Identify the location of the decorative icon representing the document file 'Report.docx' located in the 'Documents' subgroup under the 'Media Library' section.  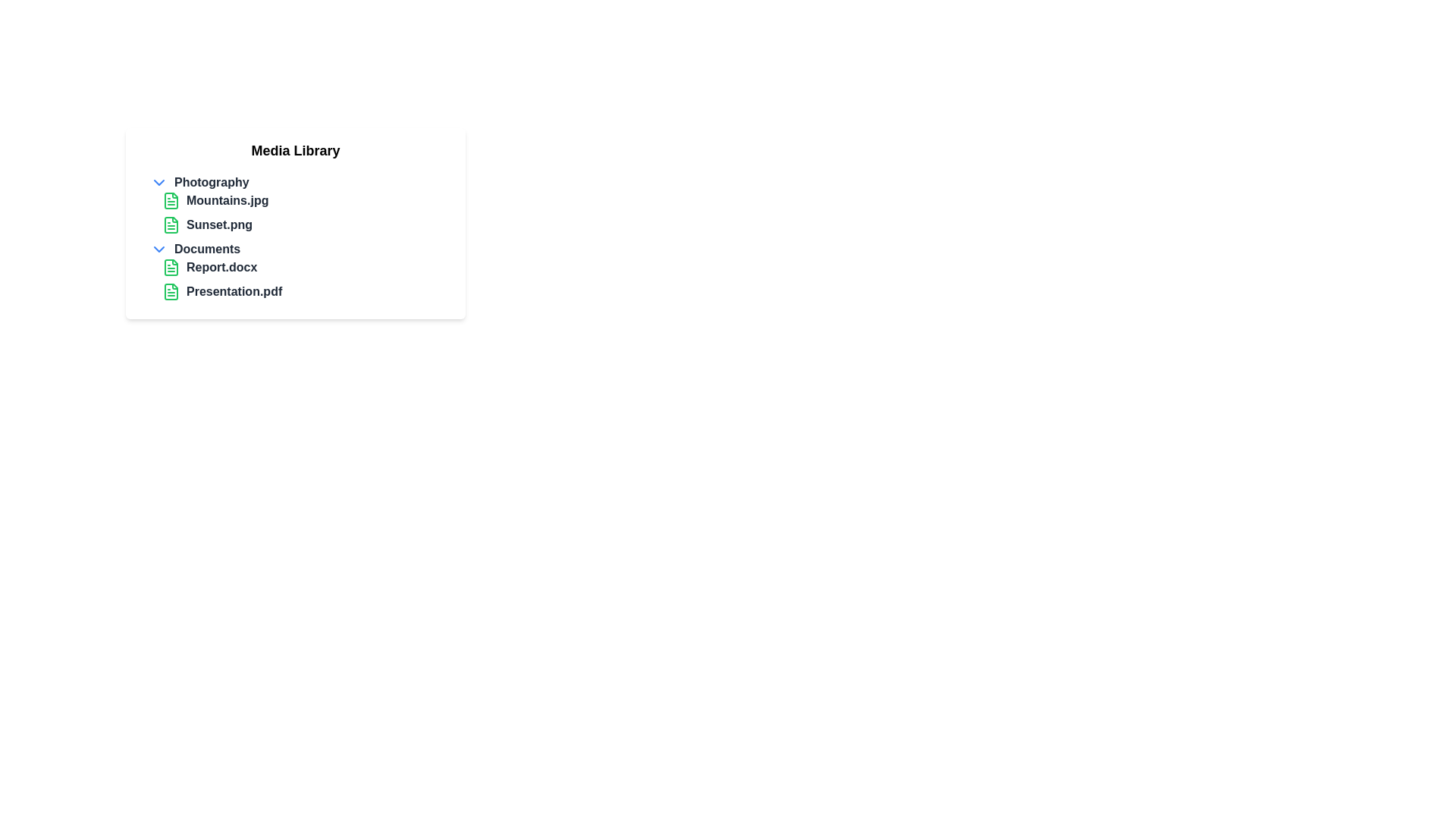
(171, 267).